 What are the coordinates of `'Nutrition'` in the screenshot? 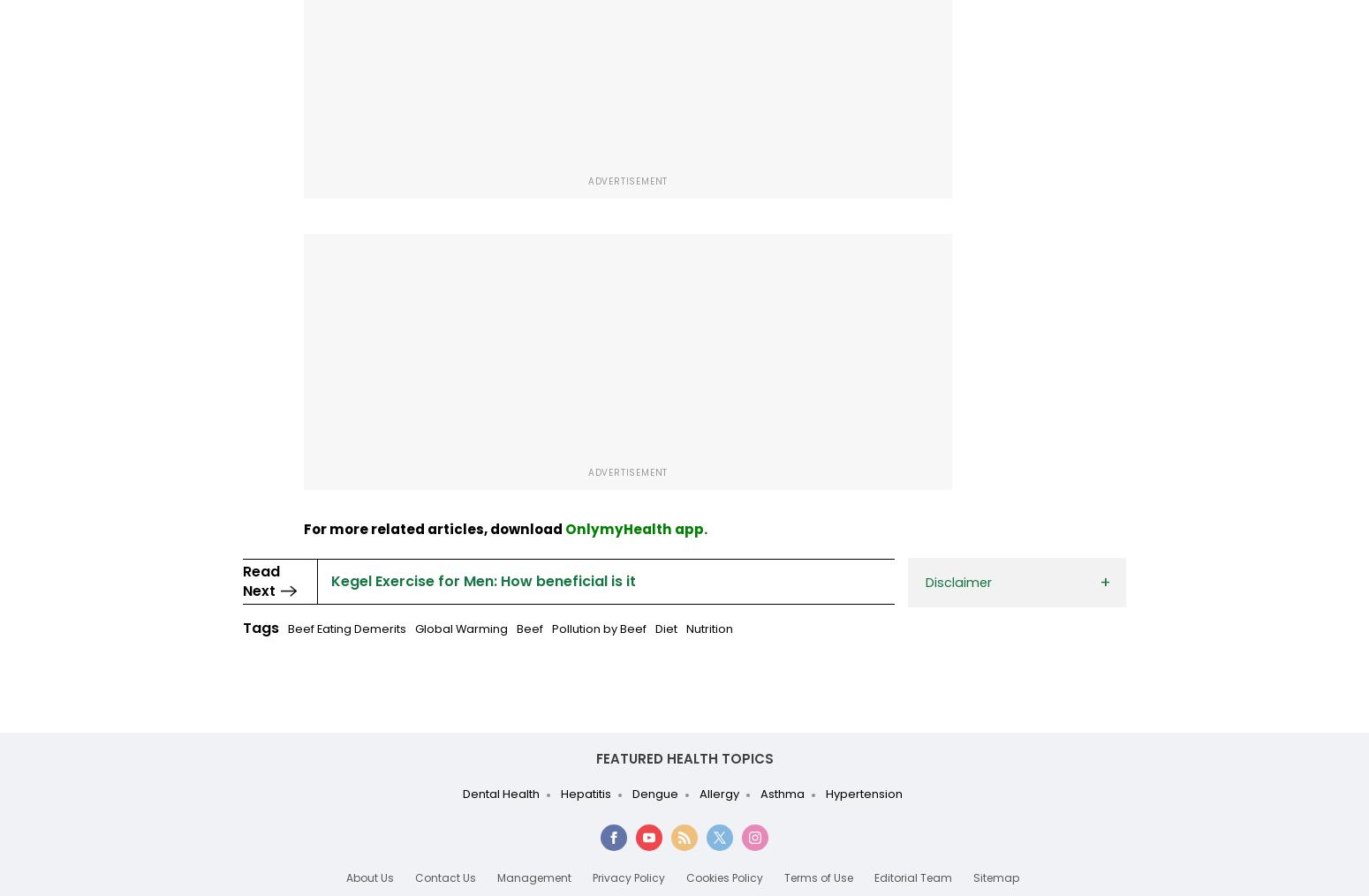 It's located at (708, 629).